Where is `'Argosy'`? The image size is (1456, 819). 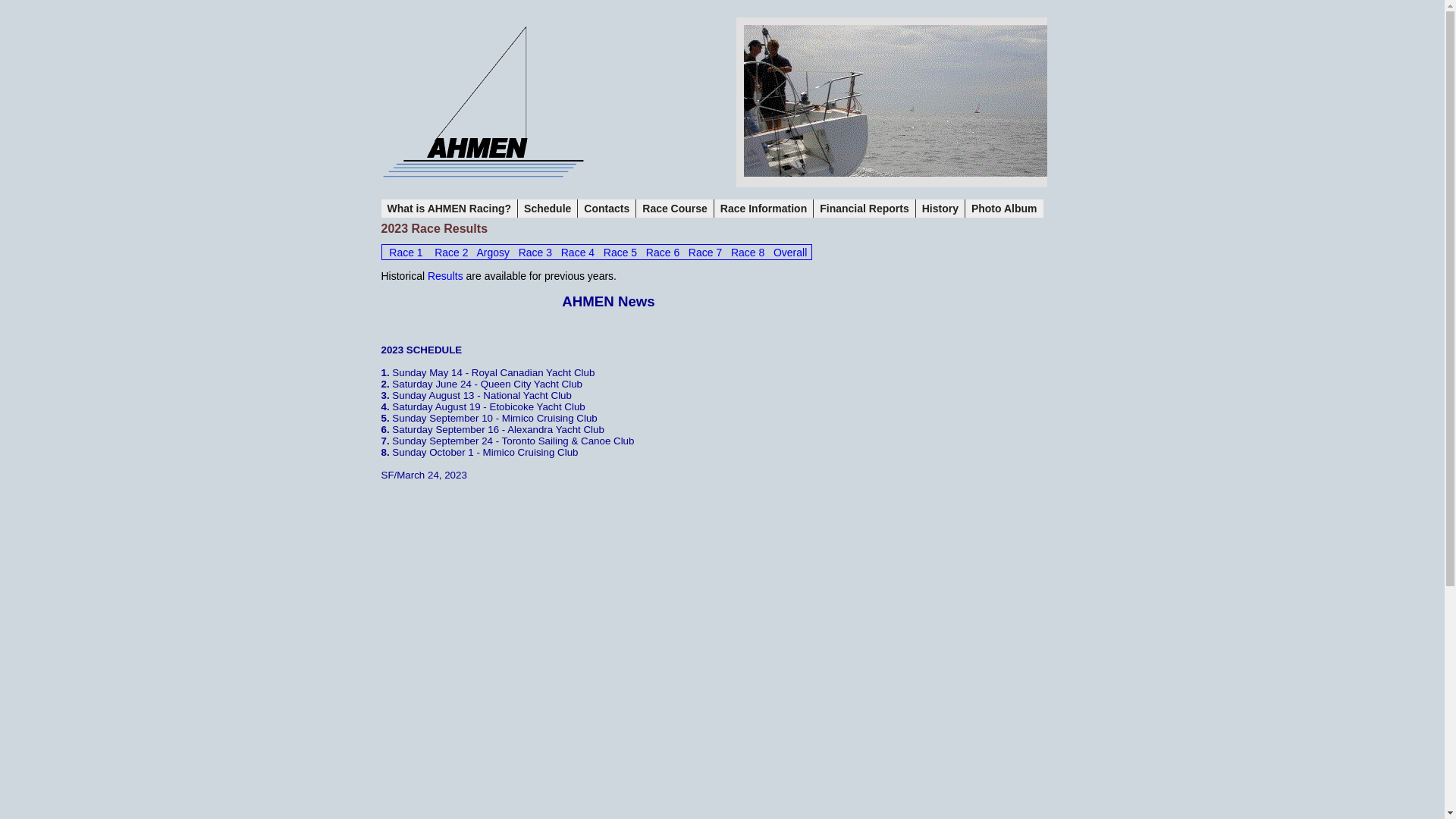 'Argosy' is located at coordinates (492, 251).